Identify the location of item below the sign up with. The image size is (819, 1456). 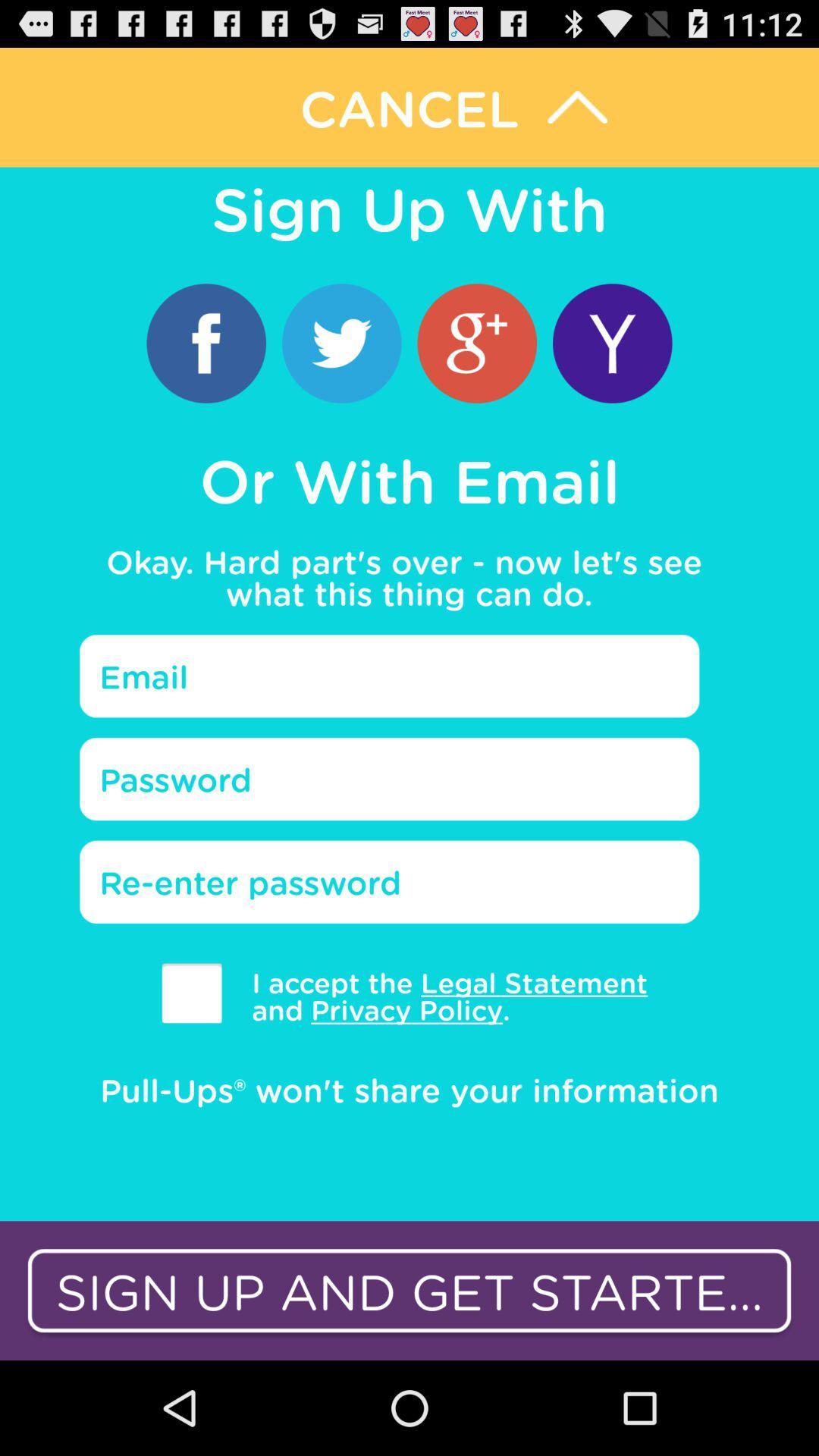
(611, 342).